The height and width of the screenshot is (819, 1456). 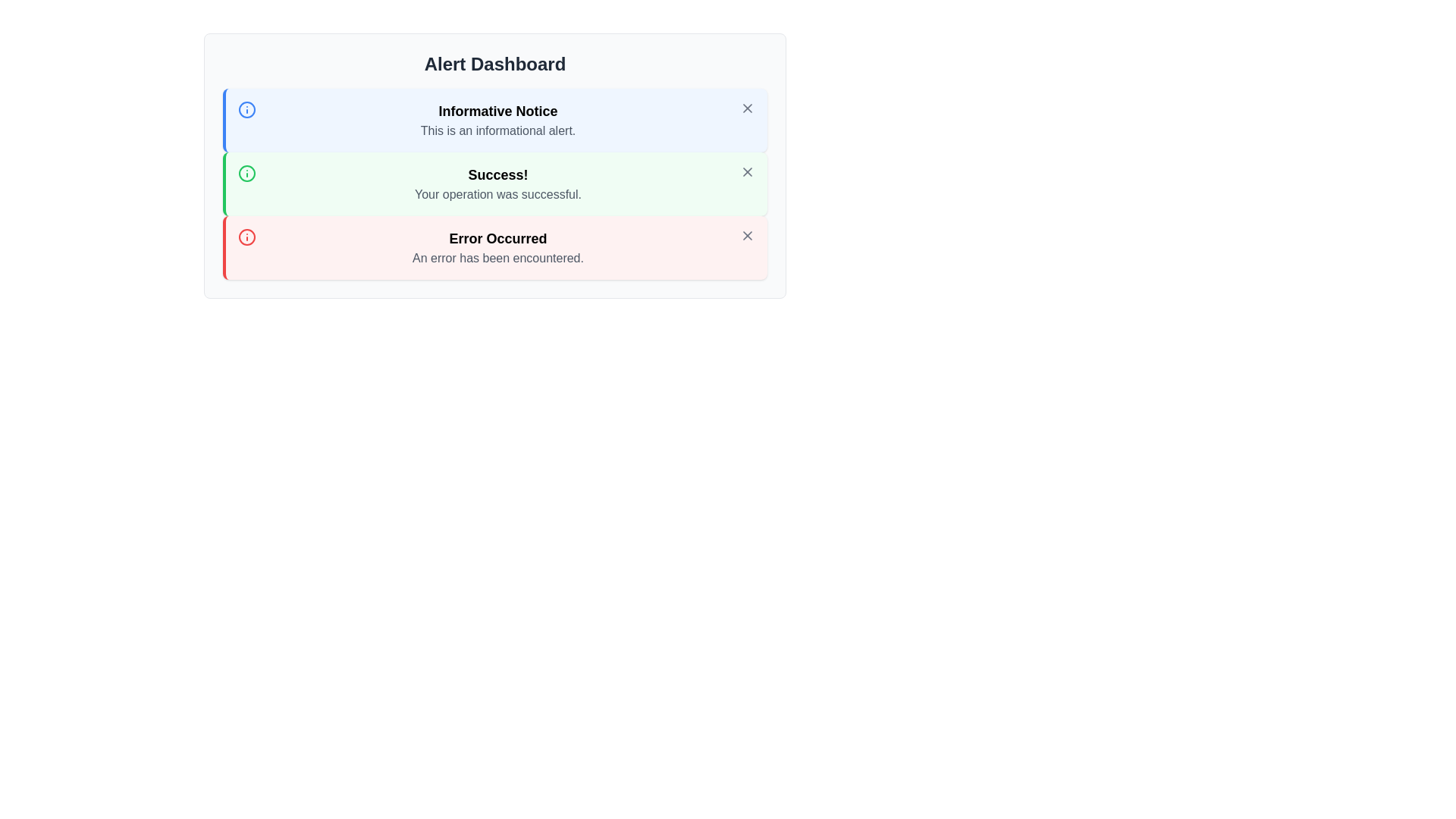 What do you see at coordinates (494, 247) in the screenshot?
I see `the close button (an 'X') on the Alert card with a light red background and red border, which is the third card in a vertical list of alert messages` at bounding box center [494, 247].